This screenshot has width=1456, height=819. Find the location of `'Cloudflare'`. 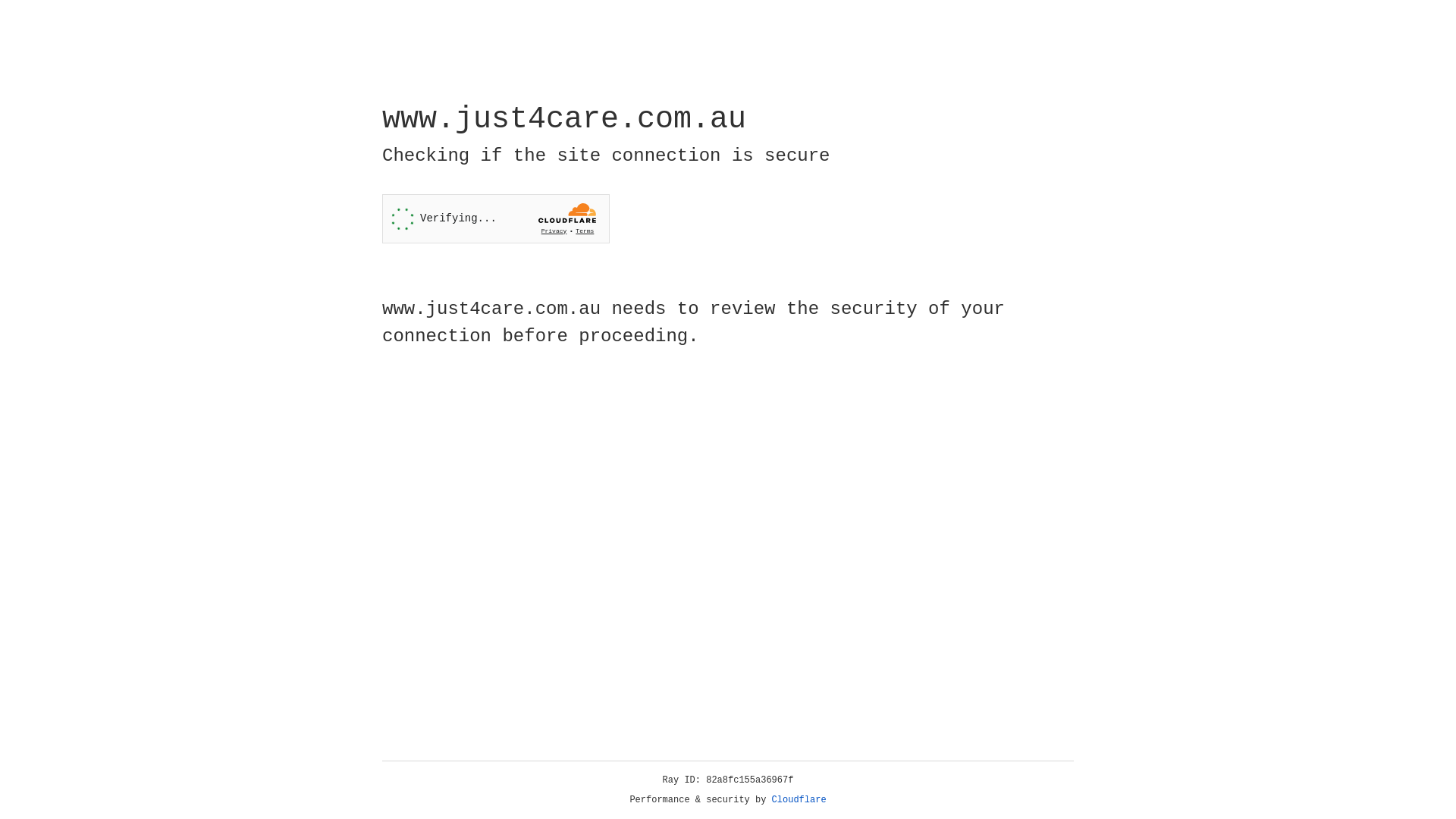

'Cloudflare' is located at coordinates (799, 799).